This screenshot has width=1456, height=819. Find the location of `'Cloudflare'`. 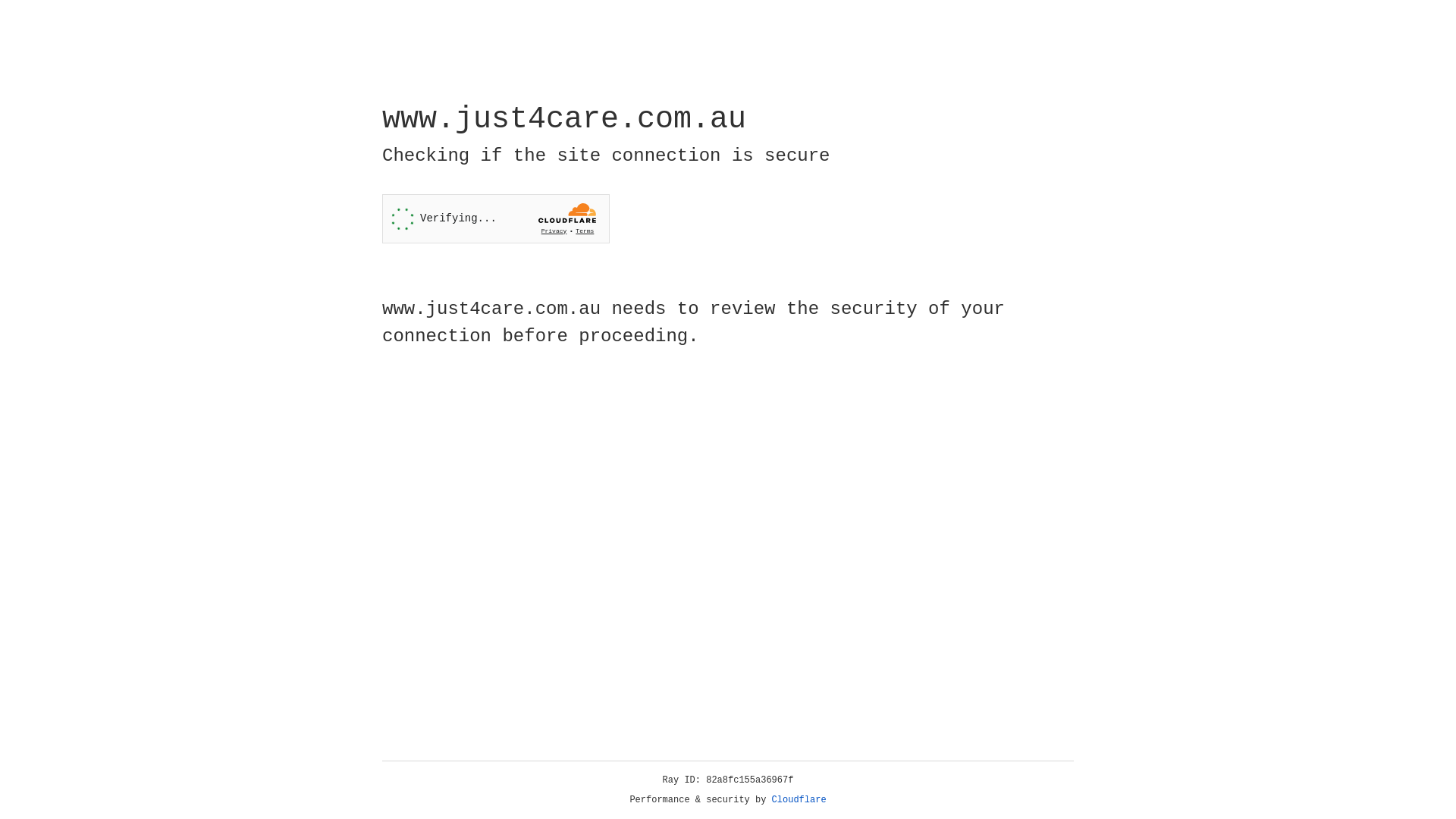

'Cloudflare' is located at coordinates (799, 799).